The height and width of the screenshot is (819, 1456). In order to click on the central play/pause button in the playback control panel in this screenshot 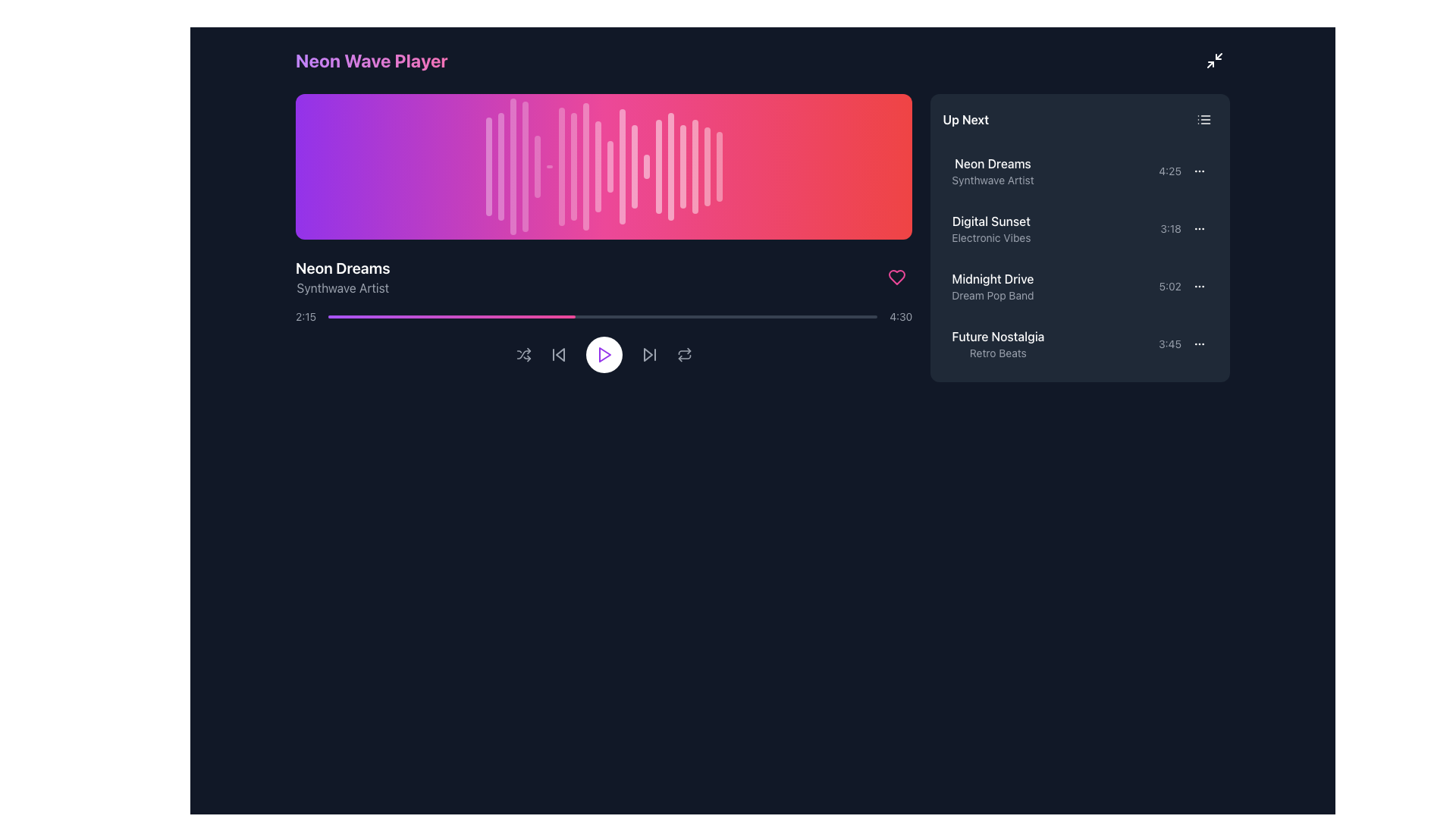, I will do `click(603, 354)`.